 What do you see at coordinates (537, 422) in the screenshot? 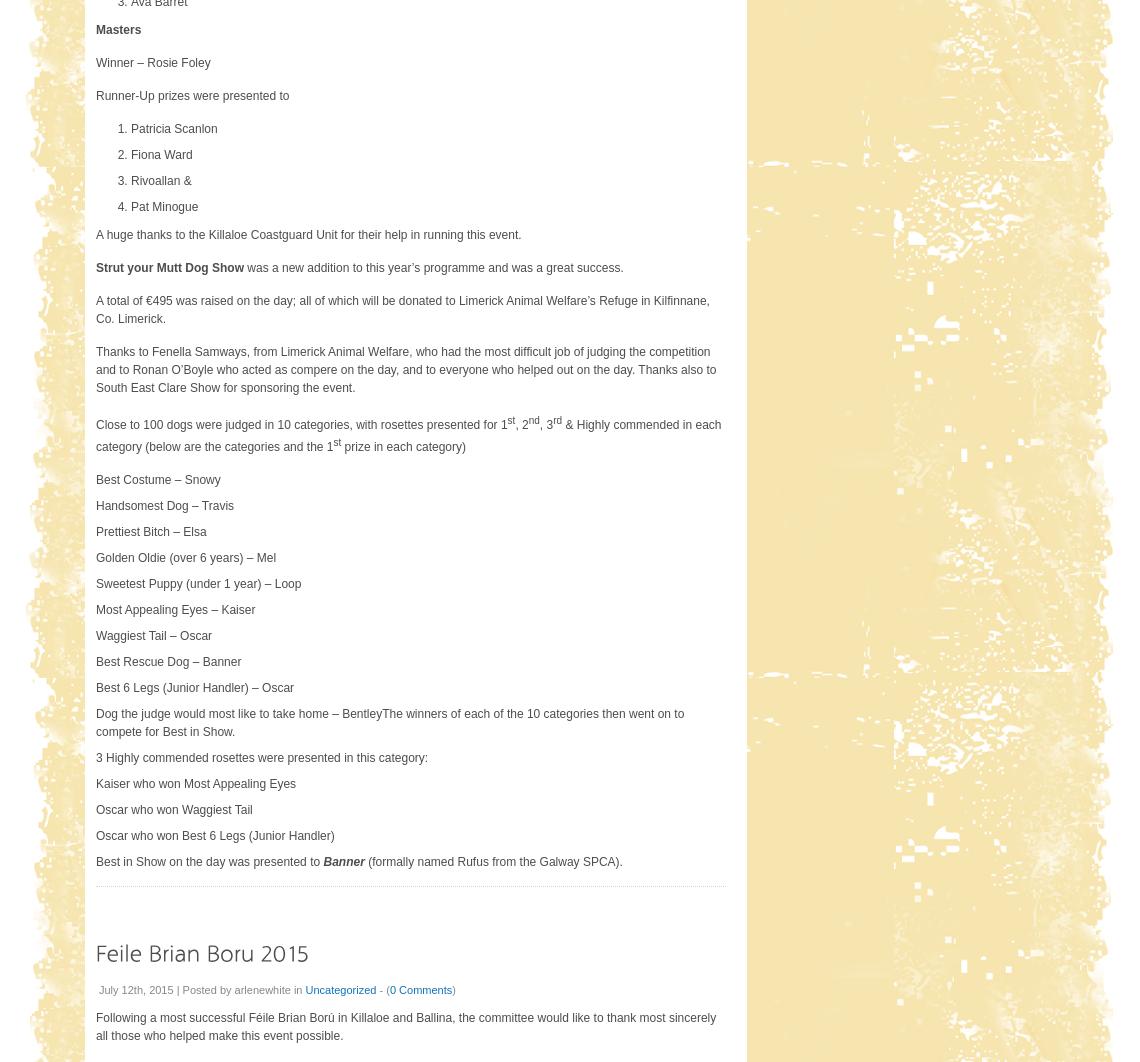
I see `', 3'` at bounding box center [537, 422].